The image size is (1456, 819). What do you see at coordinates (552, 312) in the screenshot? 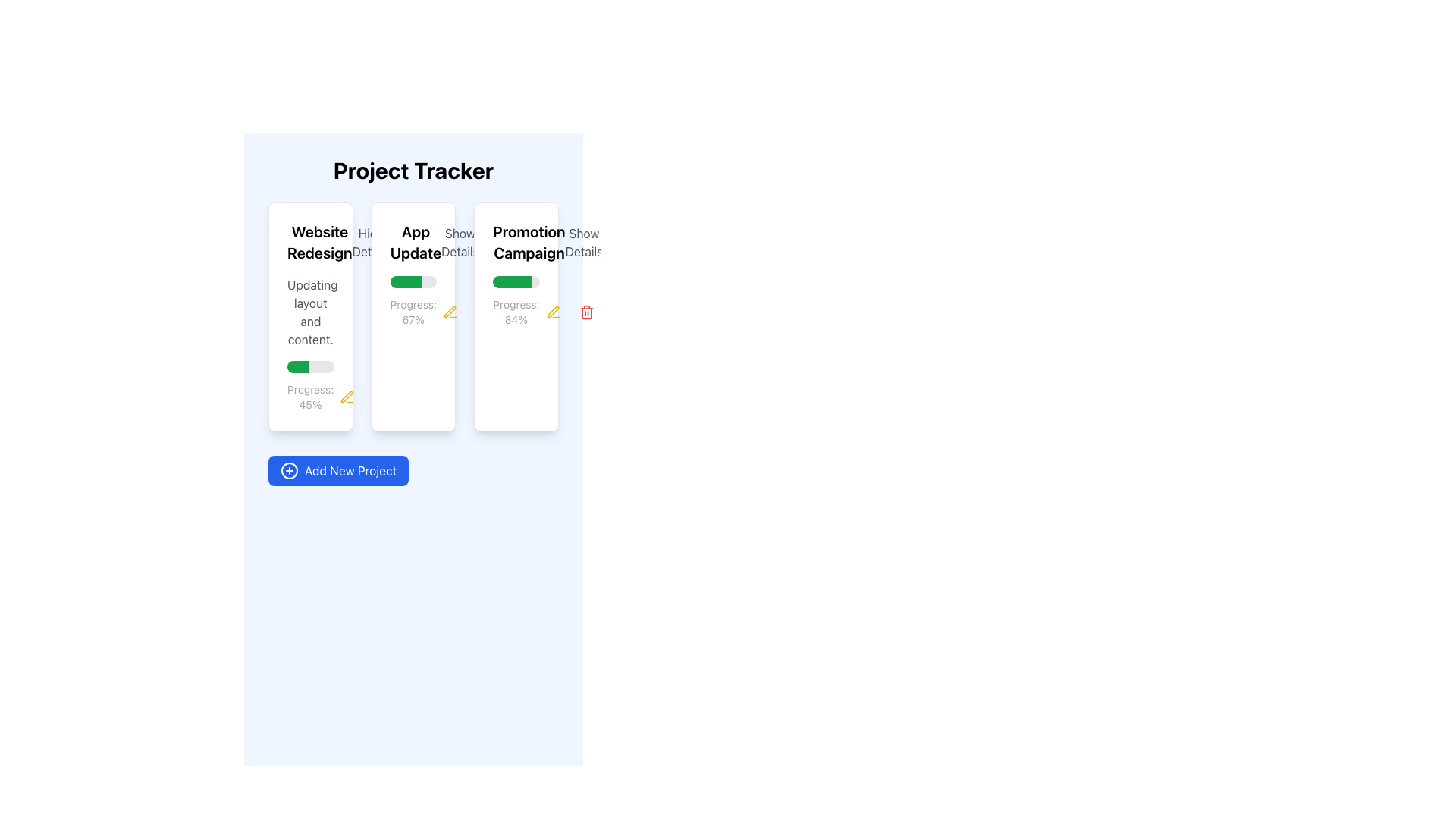
I see `the pen-shaped icon button with a yellow stroke color, located within a circular background, to initiate editing` at bounding box center [552, 312].